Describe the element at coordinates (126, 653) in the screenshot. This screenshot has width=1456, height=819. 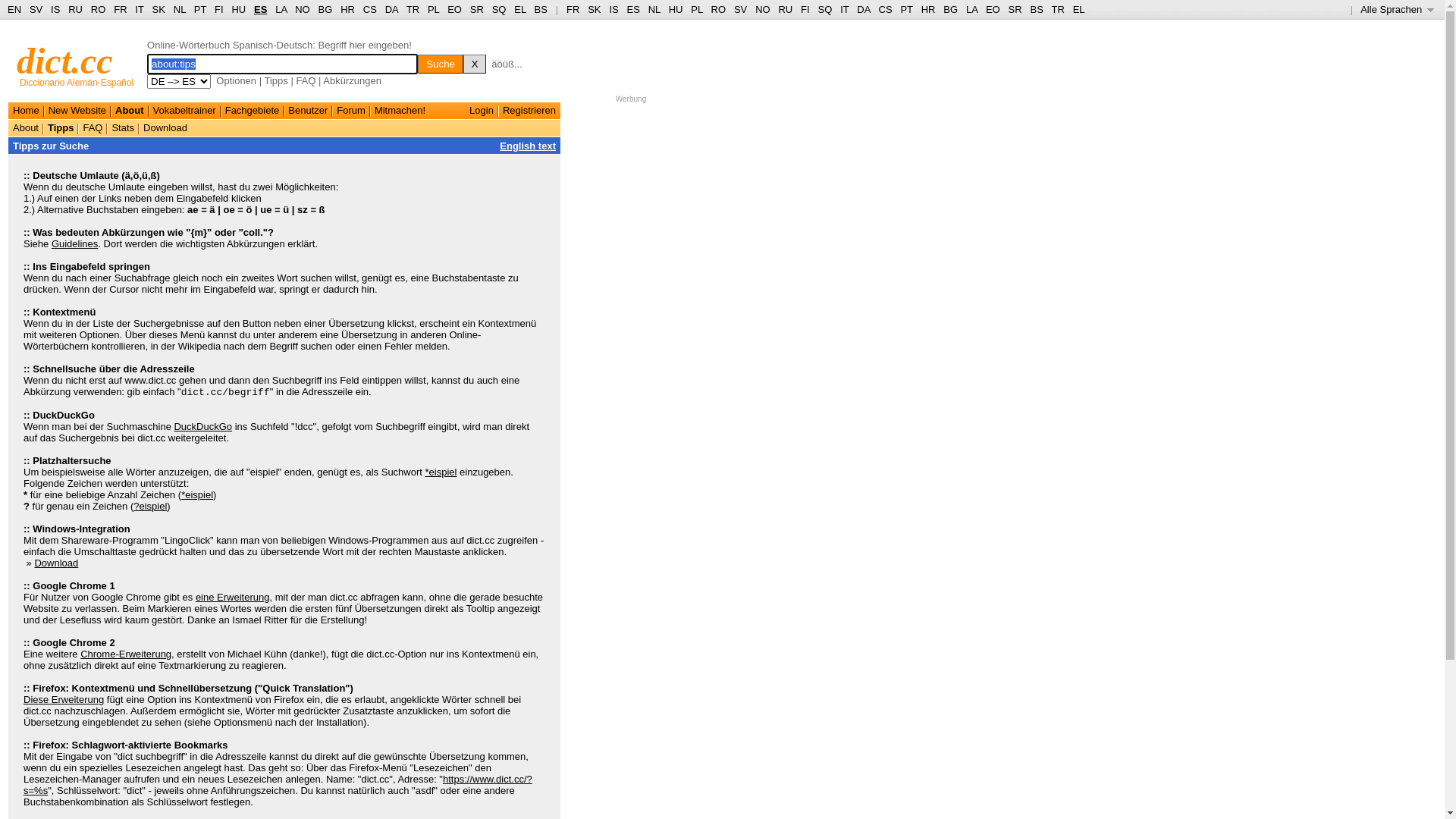
I see `'Chrome-Erweiterung'` at that location.